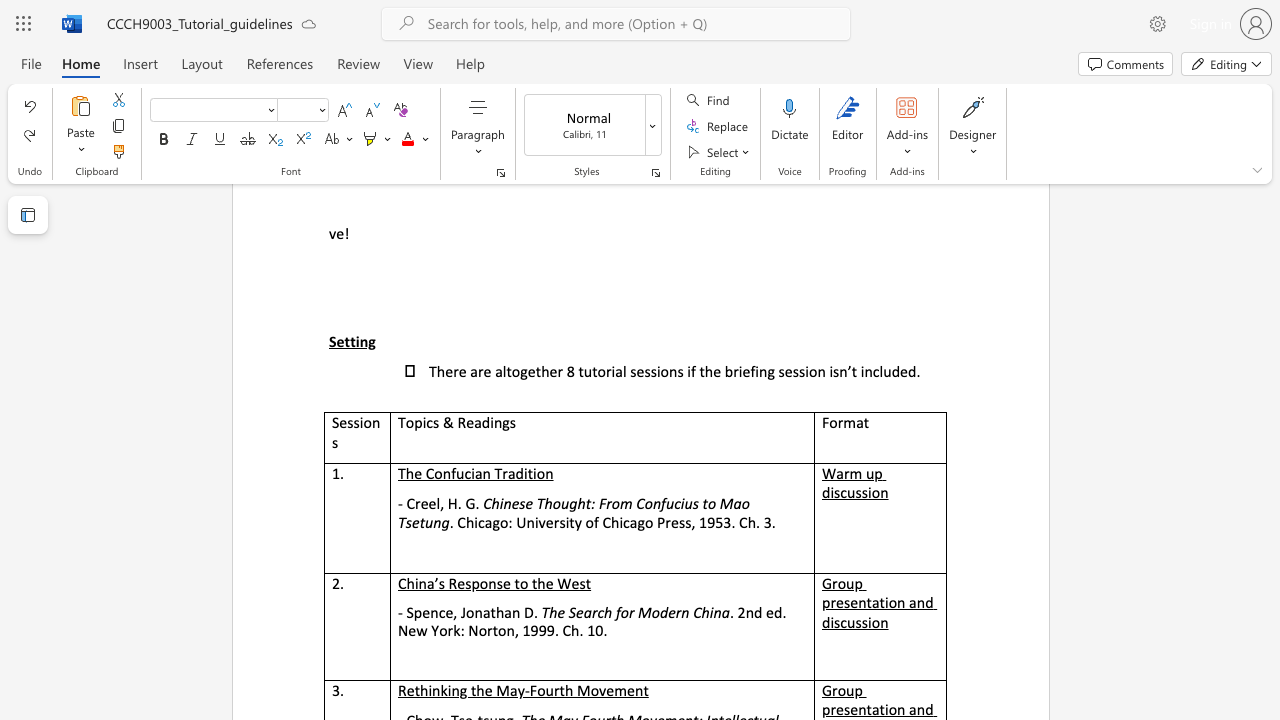 This screenshot has height=720, width=1280. Describe the element at coordinates (854, 583) in the screenshot. I see `the subset text "p pres" within the text "Group presentation and discussion"` at that location.